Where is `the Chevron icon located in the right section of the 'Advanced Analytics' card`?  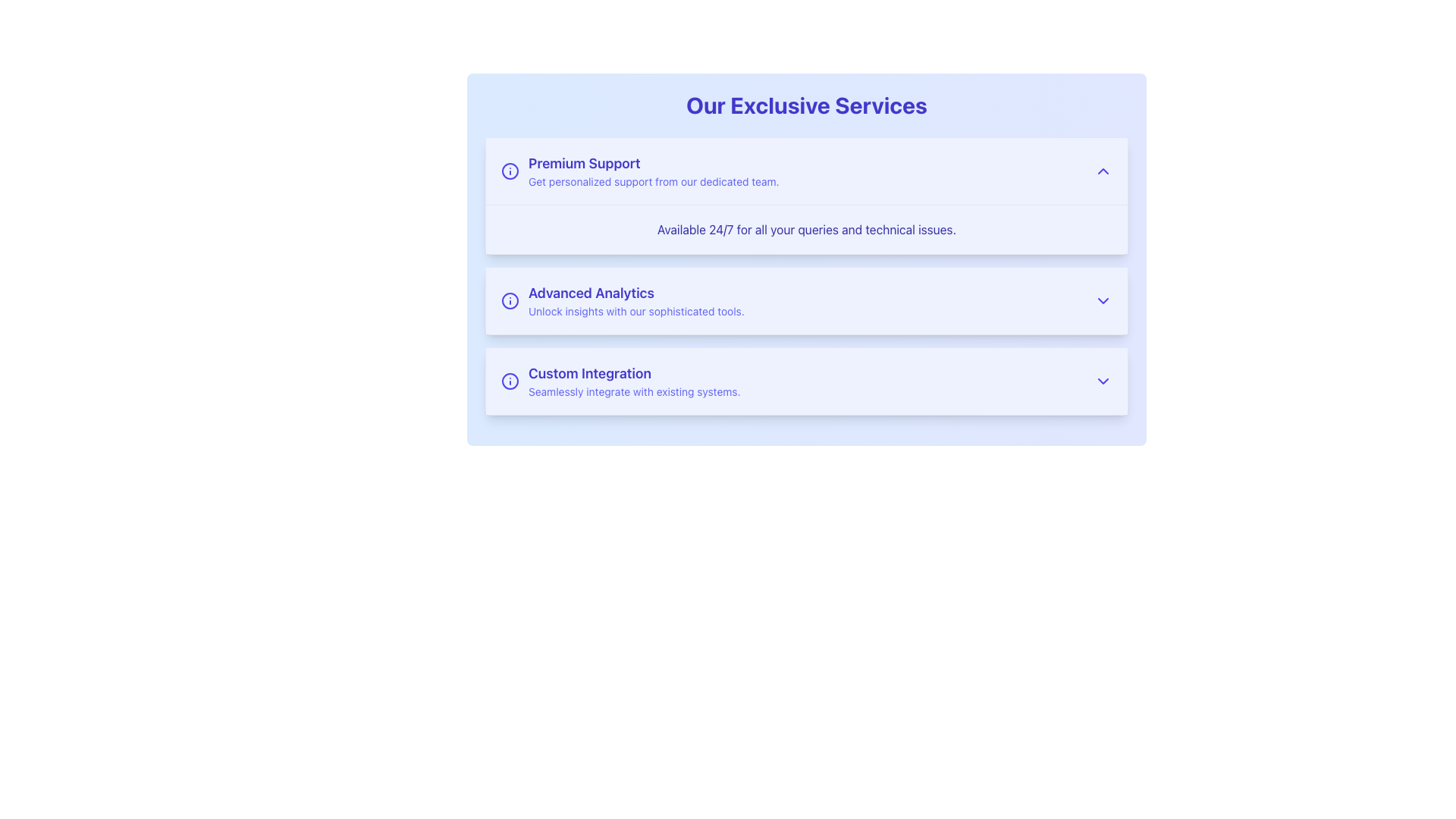 the Chevron icon located in the right section of the 'Advanced Analytics' card is located at coordinates (1103, 301).